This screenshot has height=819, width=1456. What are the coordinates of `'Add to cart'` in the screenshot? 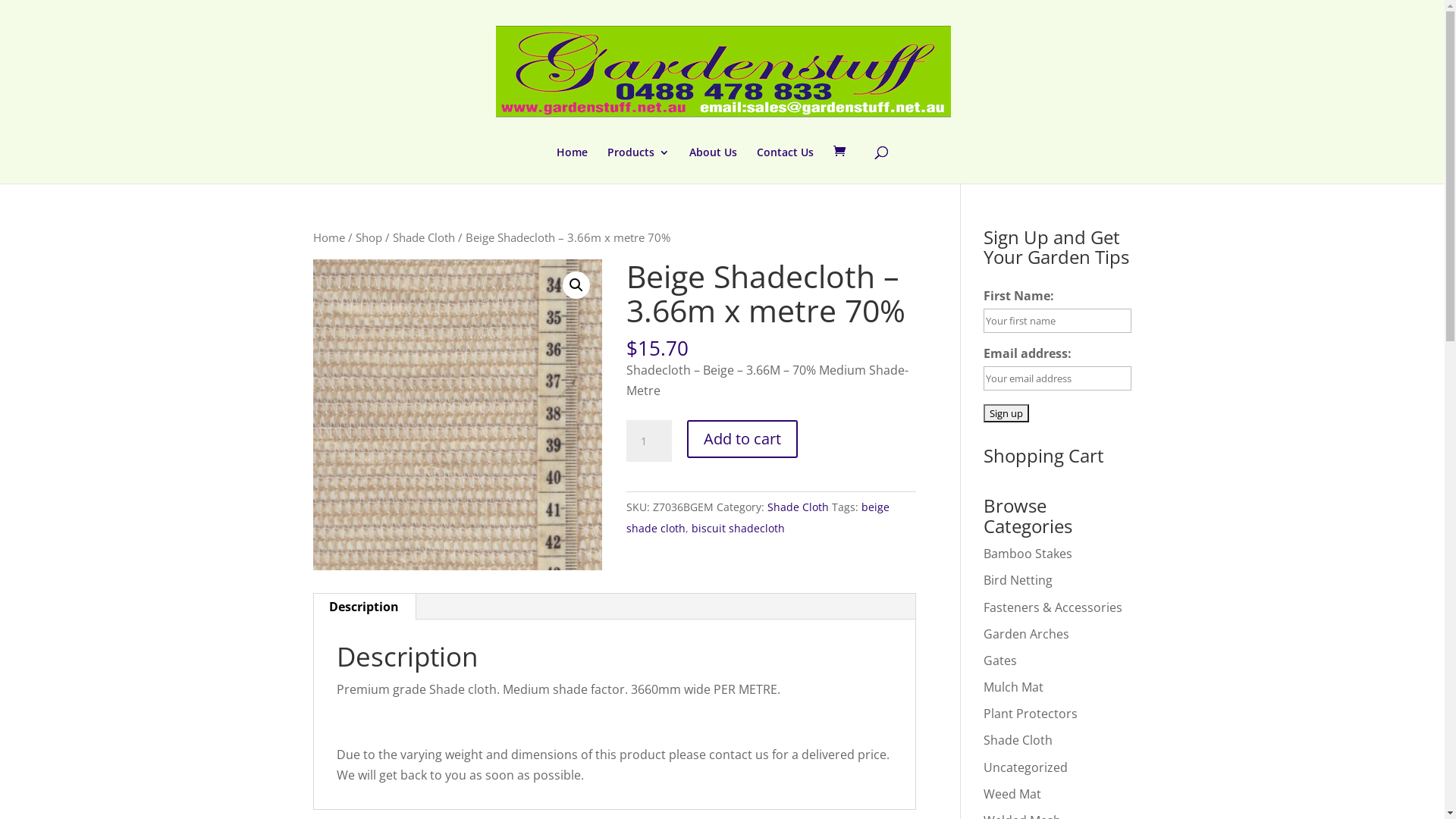 It's located at (742, 438).